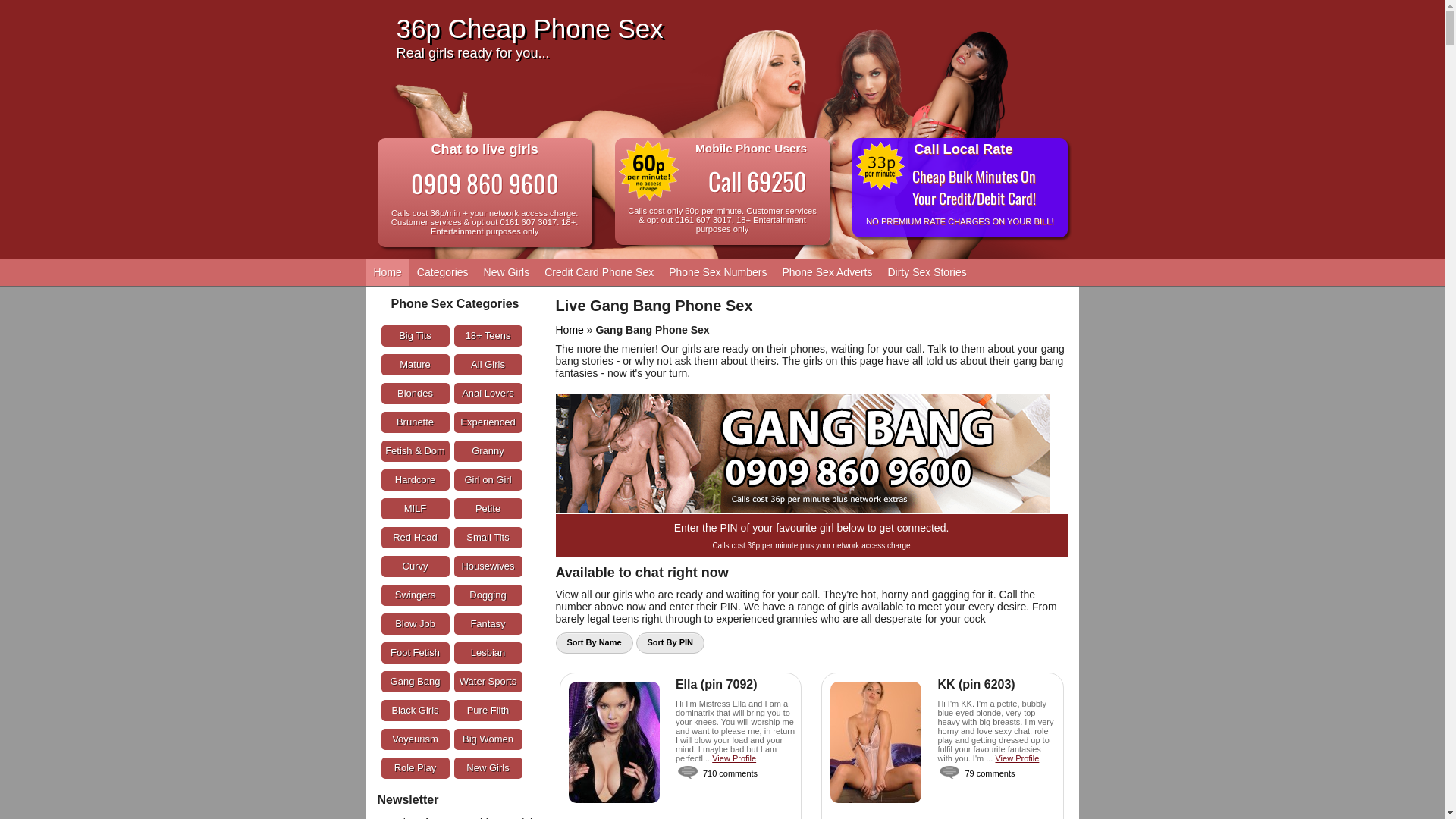 The image size is (1456, 819). I want to click on 'Fetish & Dom', so click(415, 450).